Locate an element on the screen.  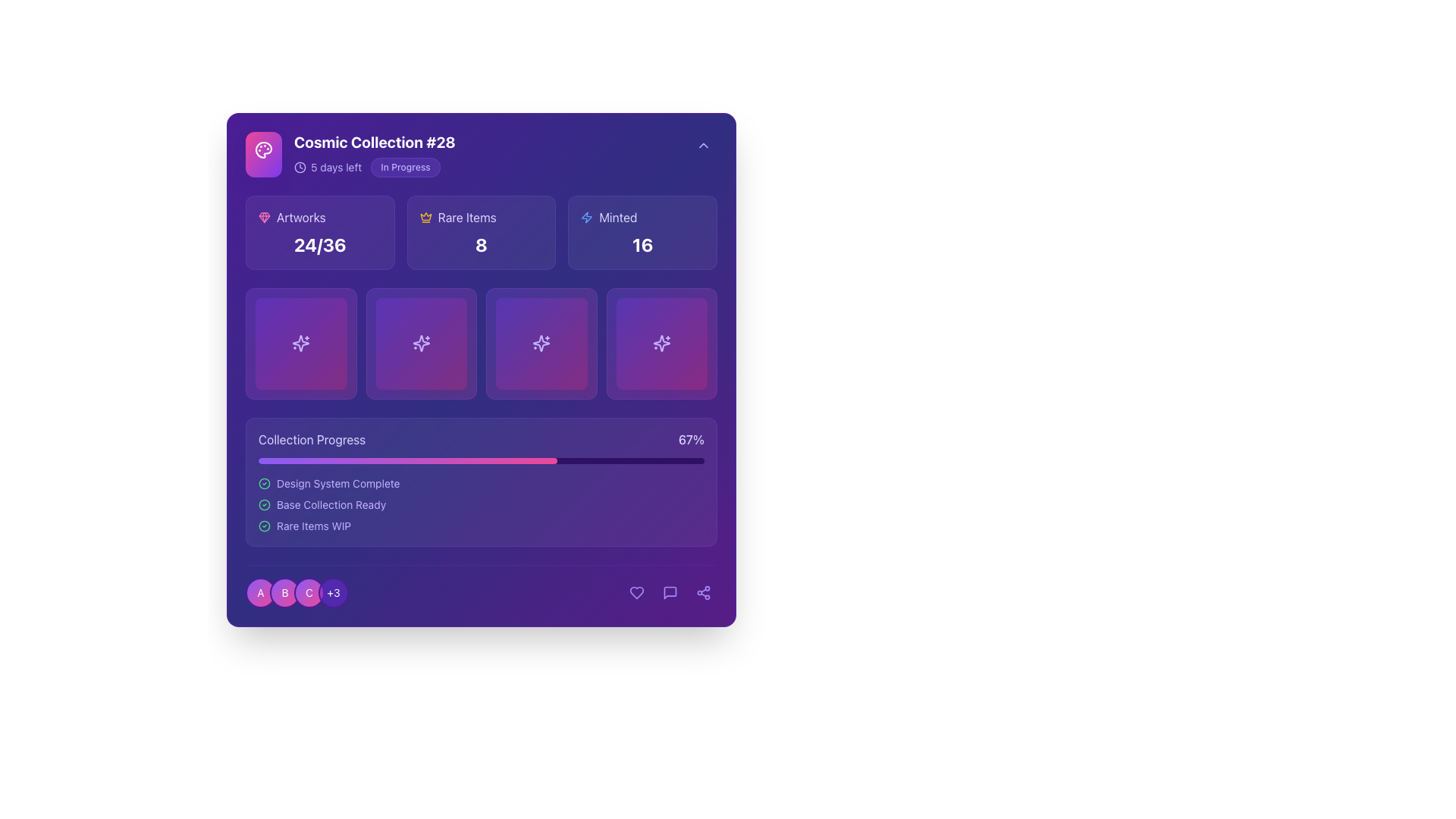
the violet-colored sparkle SVG icon in the fourth slot of the horizontal list is located at coordinates (661, 344).